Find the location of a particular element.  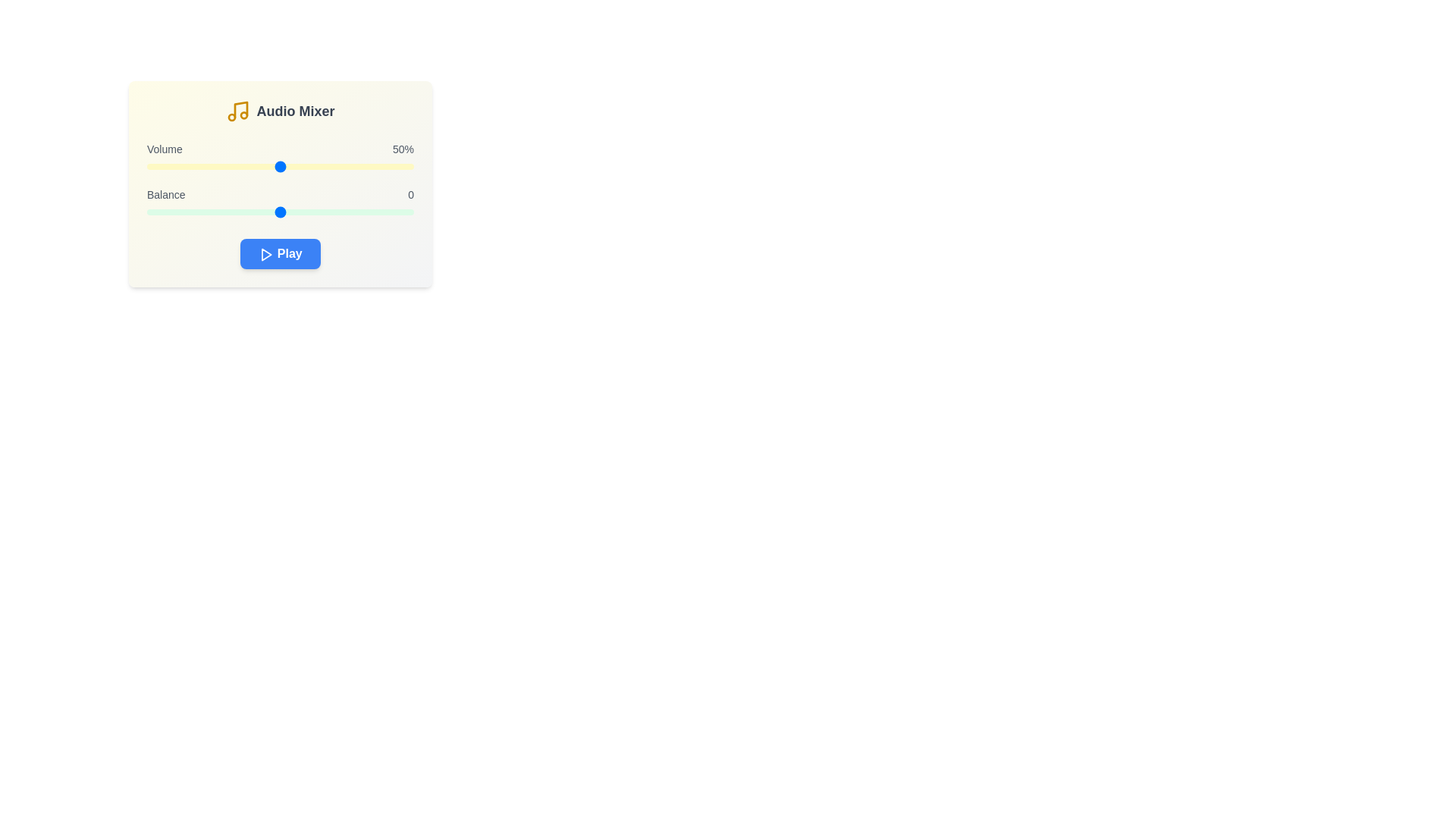

the volume is located at coordinates (267, 166).